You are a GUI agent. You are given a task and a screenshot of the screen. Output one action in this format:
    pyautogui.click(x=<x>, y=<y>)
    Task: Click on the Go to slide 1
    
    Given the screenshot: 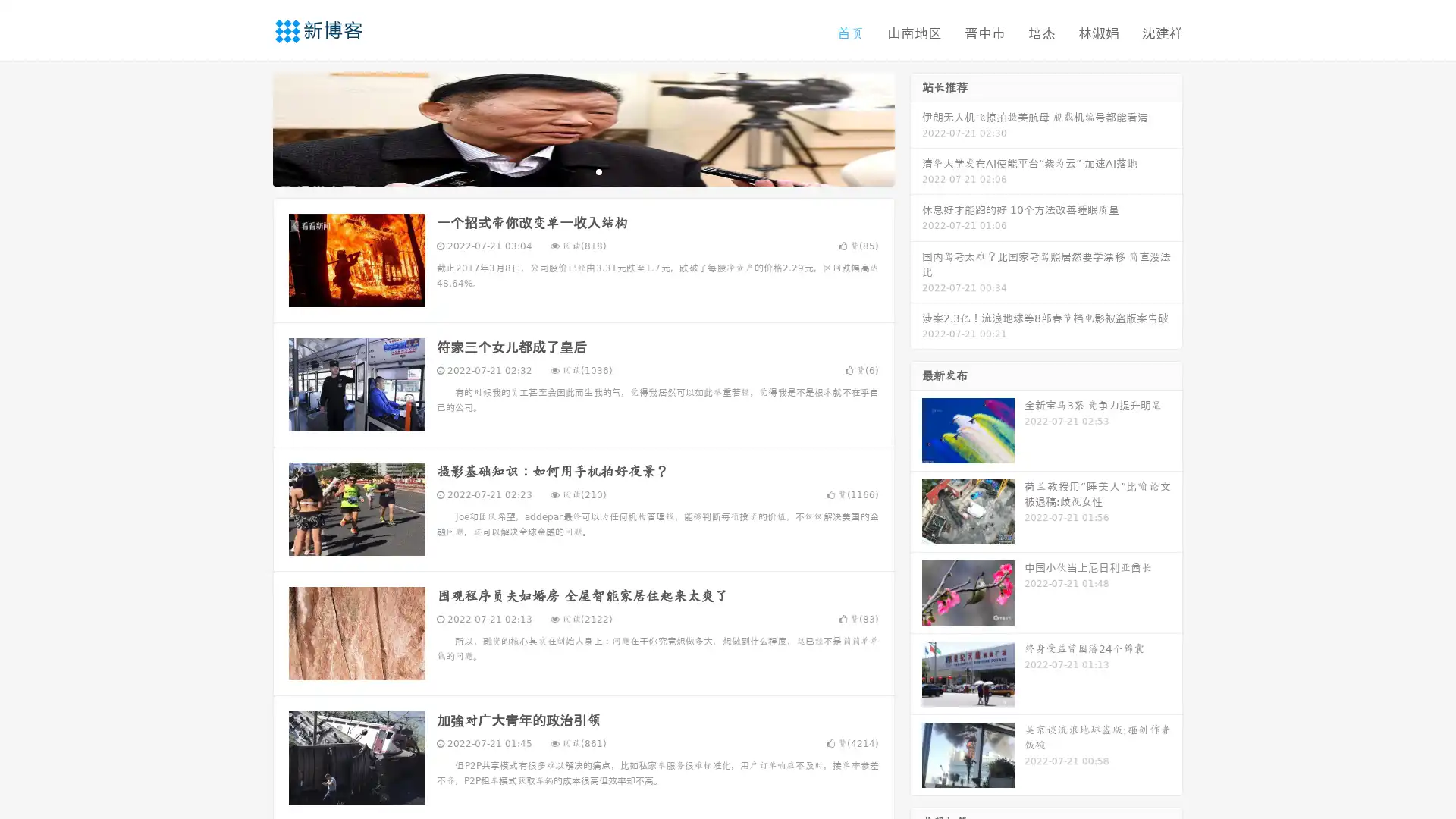 What is the action you would take?
    pyautogui.click(x=567, y=171)
    